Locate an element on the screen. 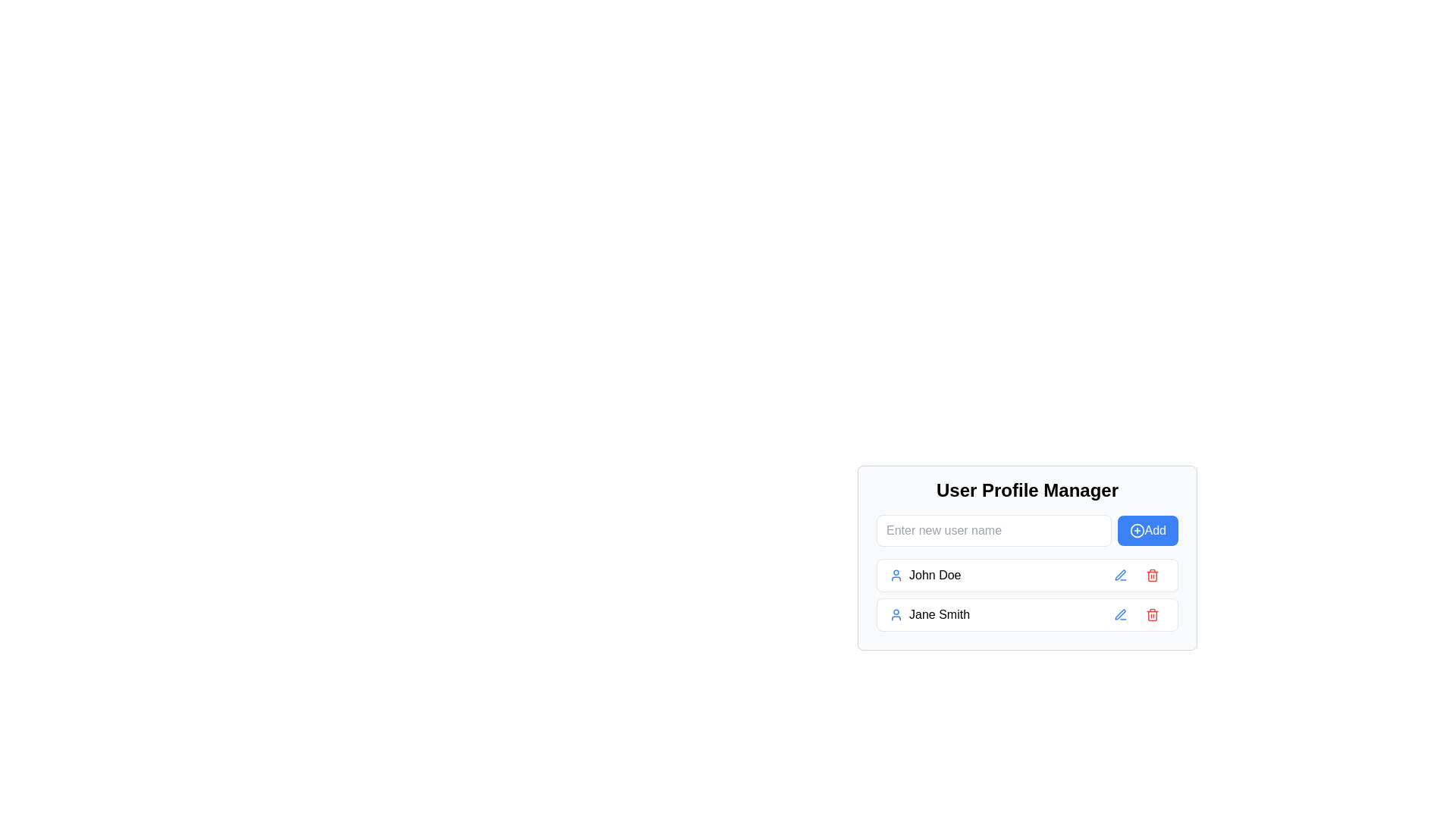 The width and height of the screenshot is (1456, 819). the red trash can icon button is located at coordinates (1153, 614).